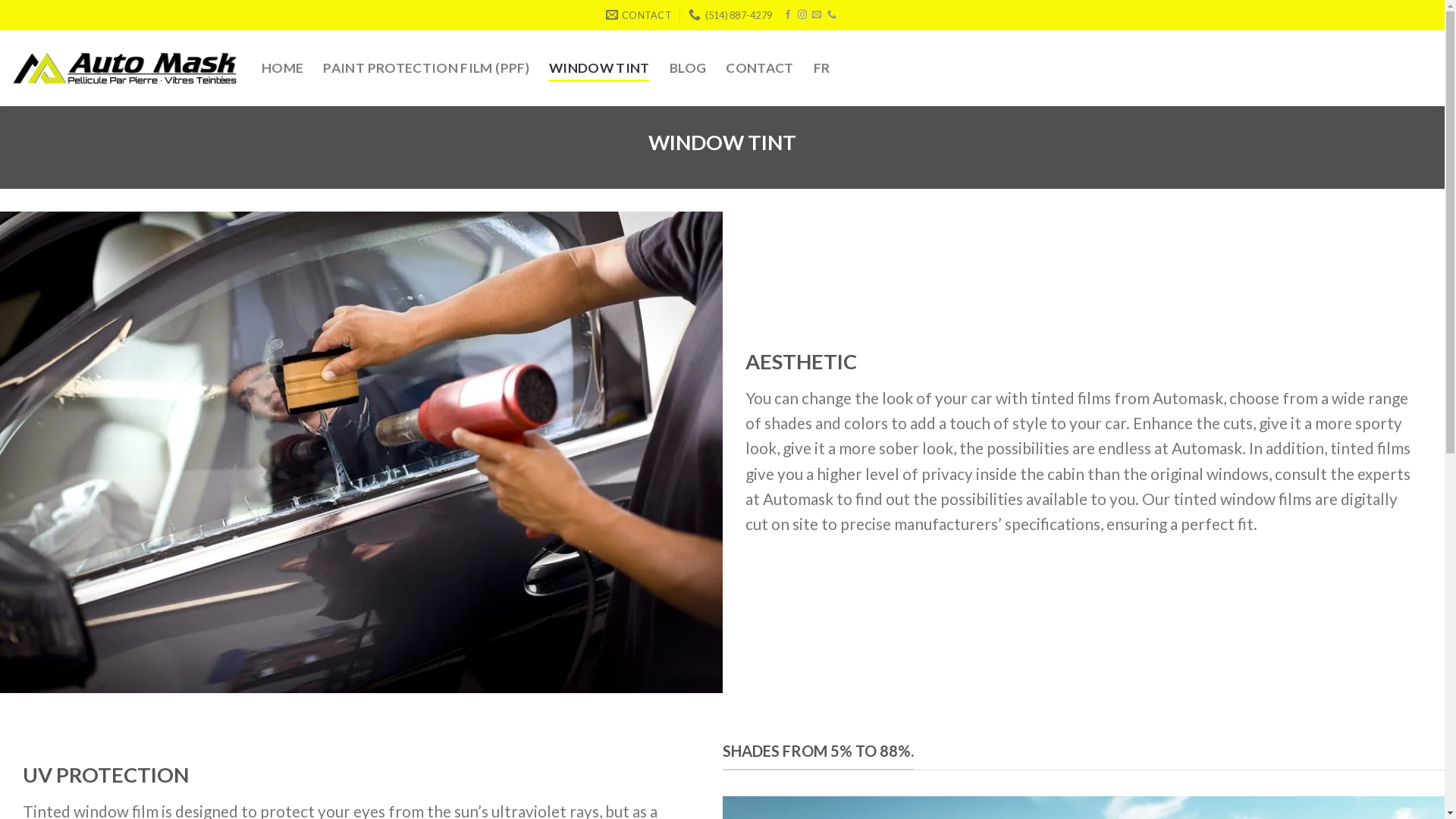 The height and width of the screenshot is (819, 1456). What do you see at coordinates (282, 67) in the screenshot?
I see `'HOME'` at bounding box center [282, 67].